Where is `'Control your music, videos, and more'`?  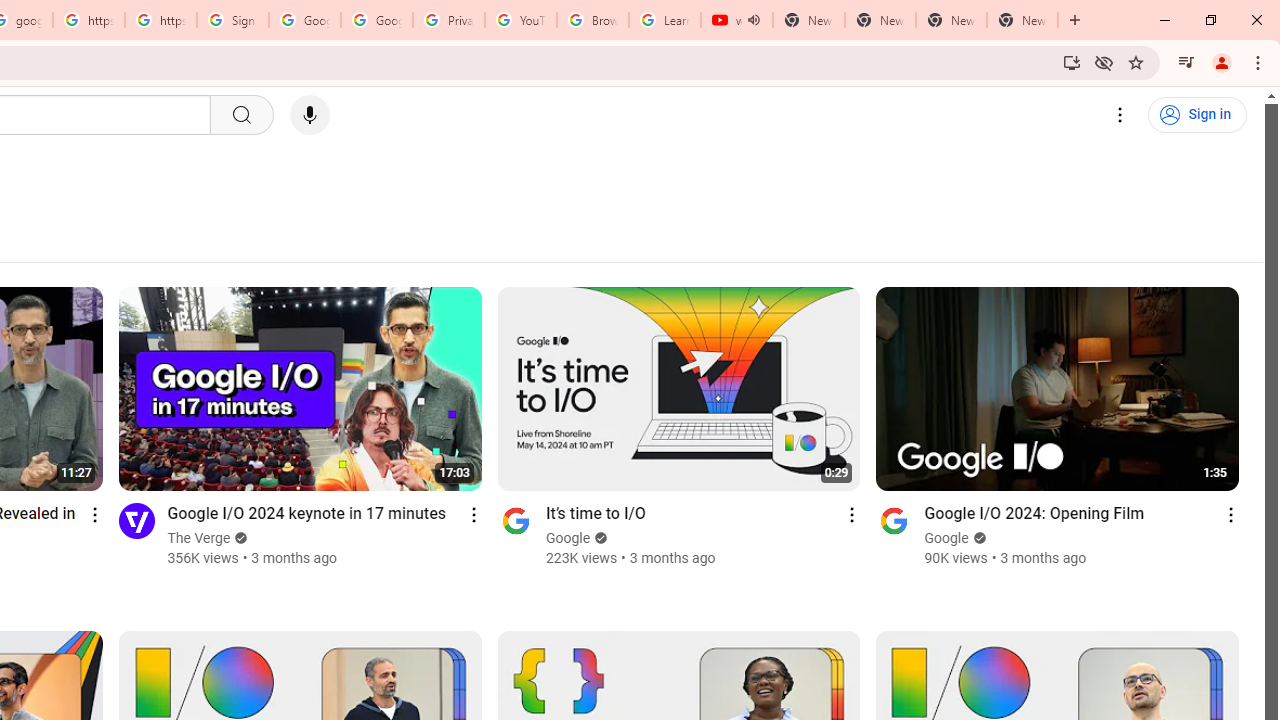 'Control your music, videos, and more' is located at coordinates (1185, 61).